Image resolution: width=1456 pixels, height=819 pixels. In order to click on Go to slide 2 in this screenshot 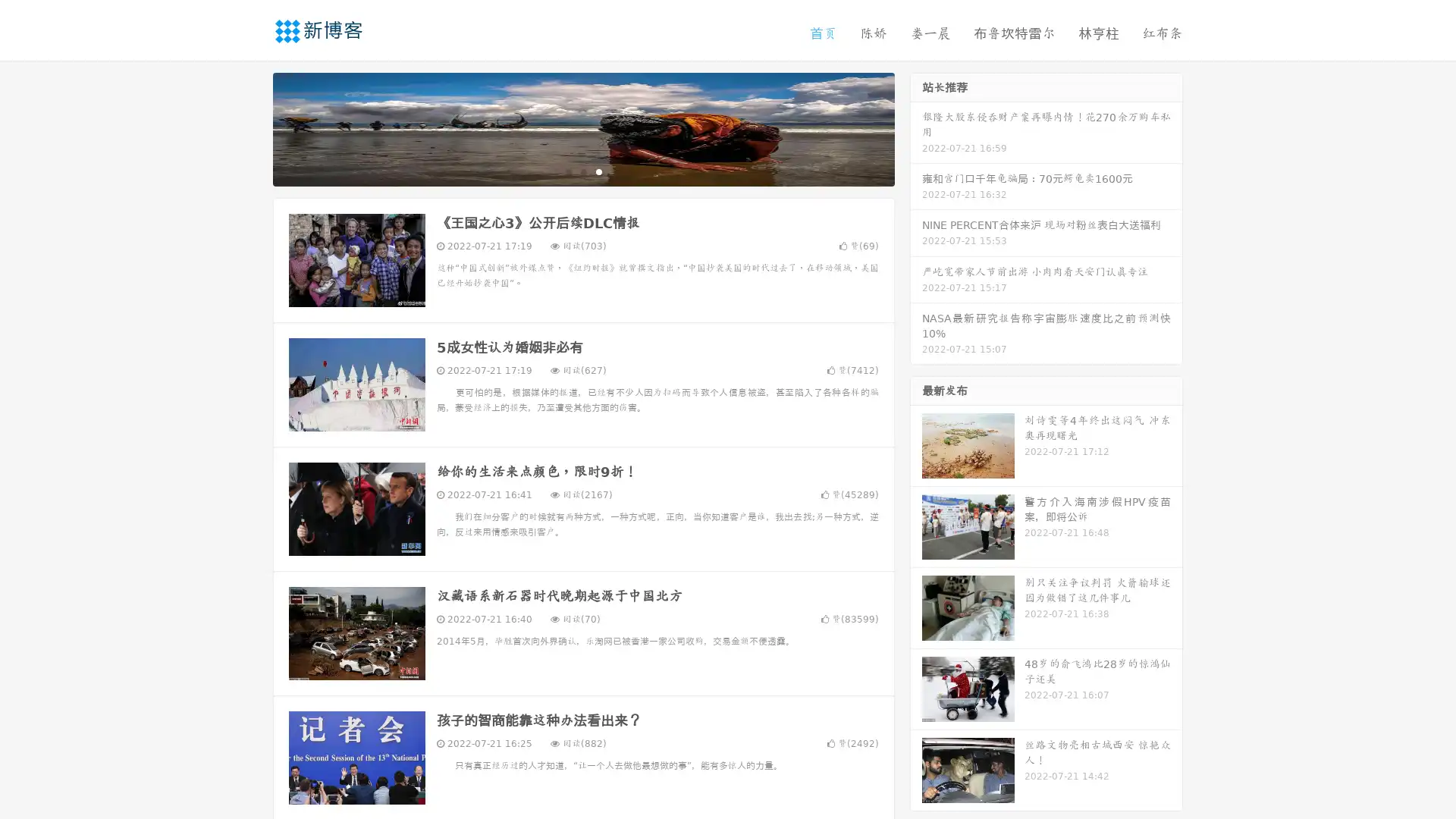, I will do `click(582, 171)`.